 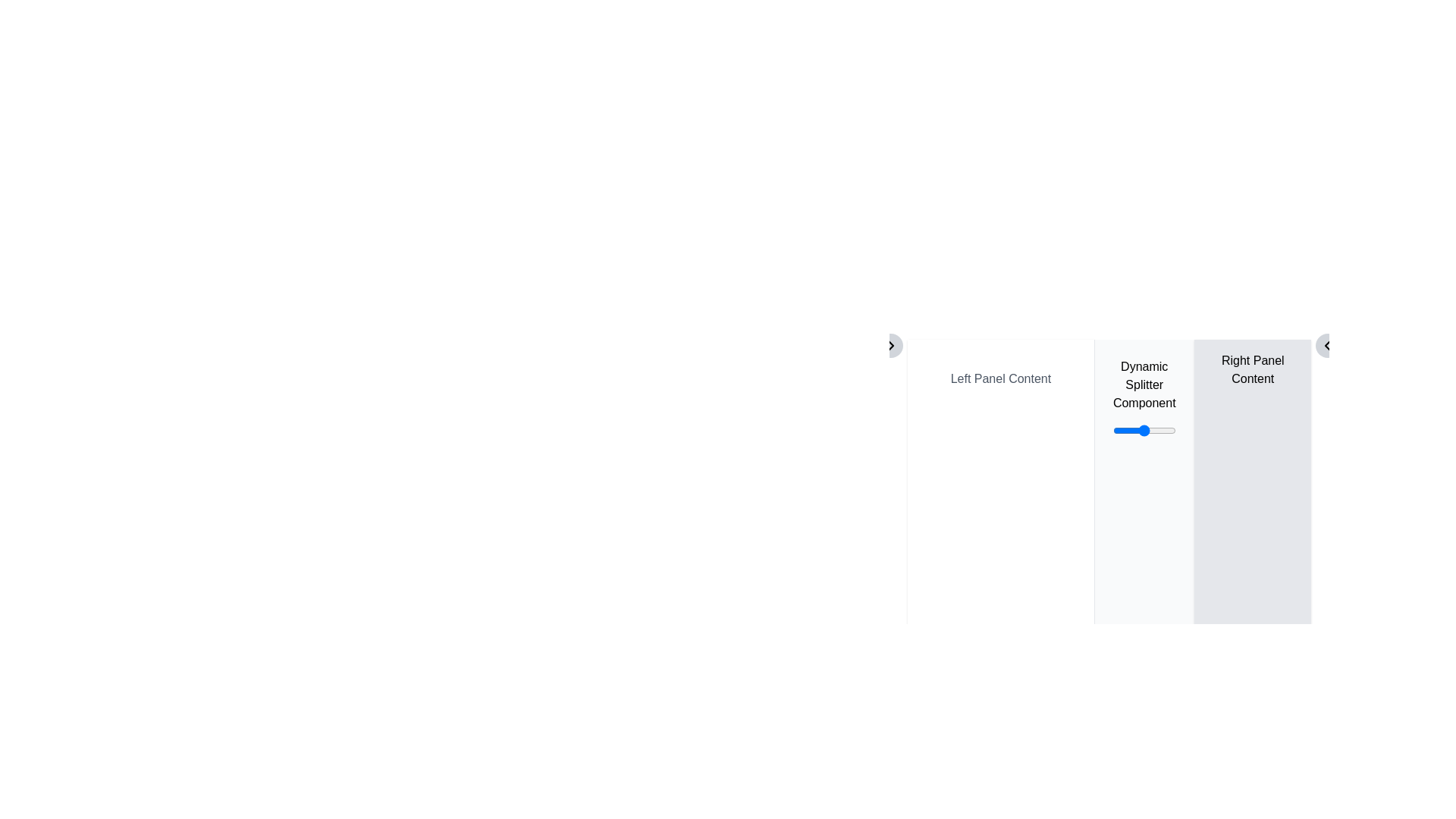 I want to click on the leftward-facing arrow SVG icon, which represents a back navigation action, located at the left edge of the application layout, so click(x=1327, y=345).